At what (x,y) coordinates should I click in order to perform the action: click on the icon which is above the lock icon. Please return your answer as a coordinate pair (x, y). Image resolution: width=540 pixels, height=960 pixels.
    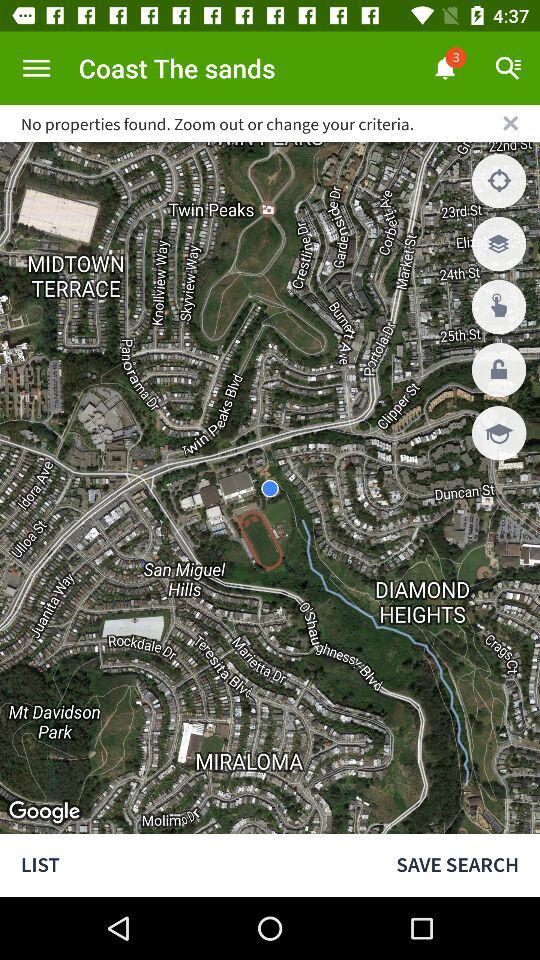
    Looking at the image, I should click on (498, 307).